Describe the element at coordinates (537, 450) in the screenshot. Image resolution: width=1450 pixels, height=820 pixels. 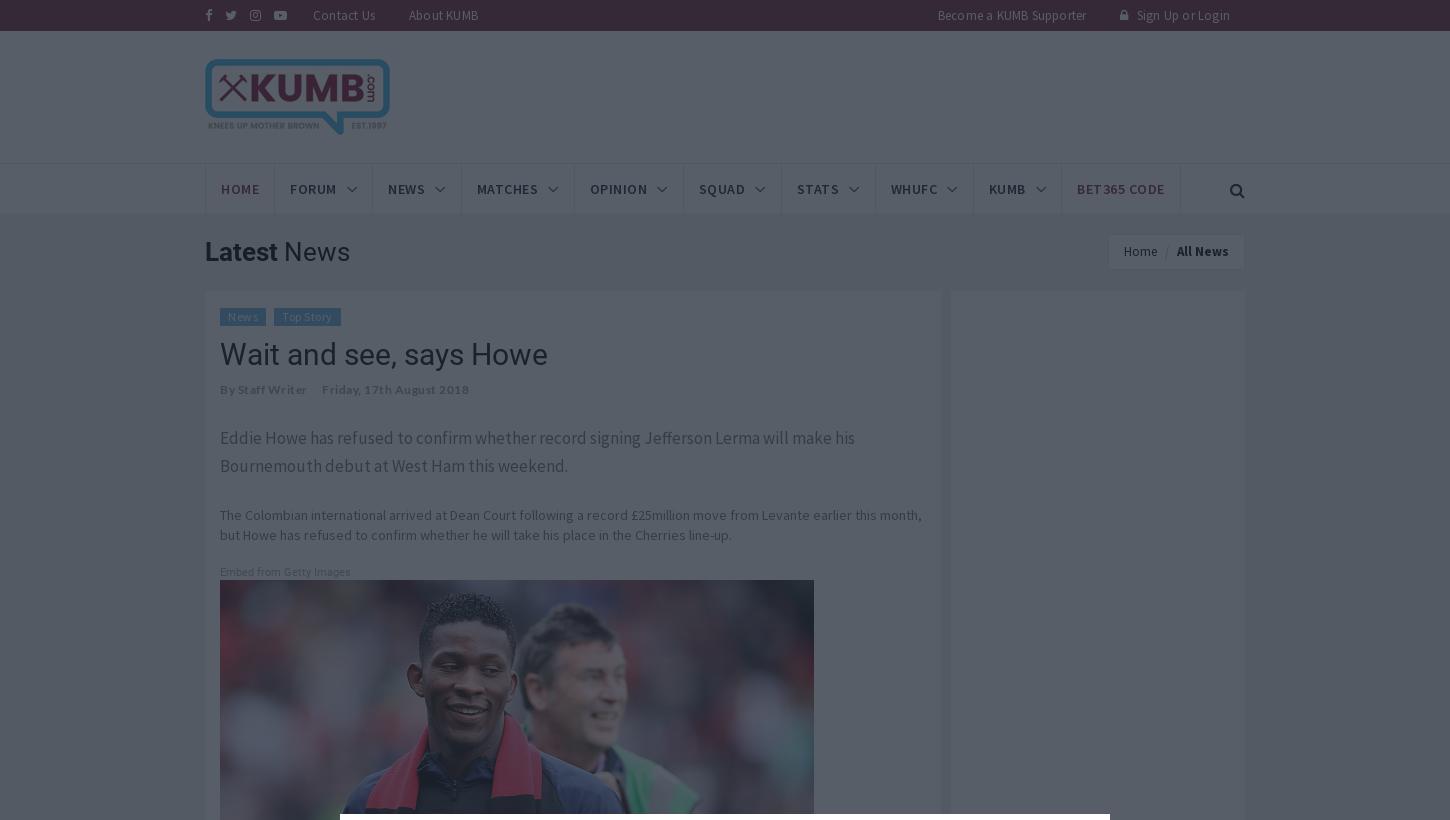
I see `'Eddie Howe has refused to confirm whether record signing Jefferson Lerma will make his Bournemouth debut at West Ham this weekend.'` at that location.